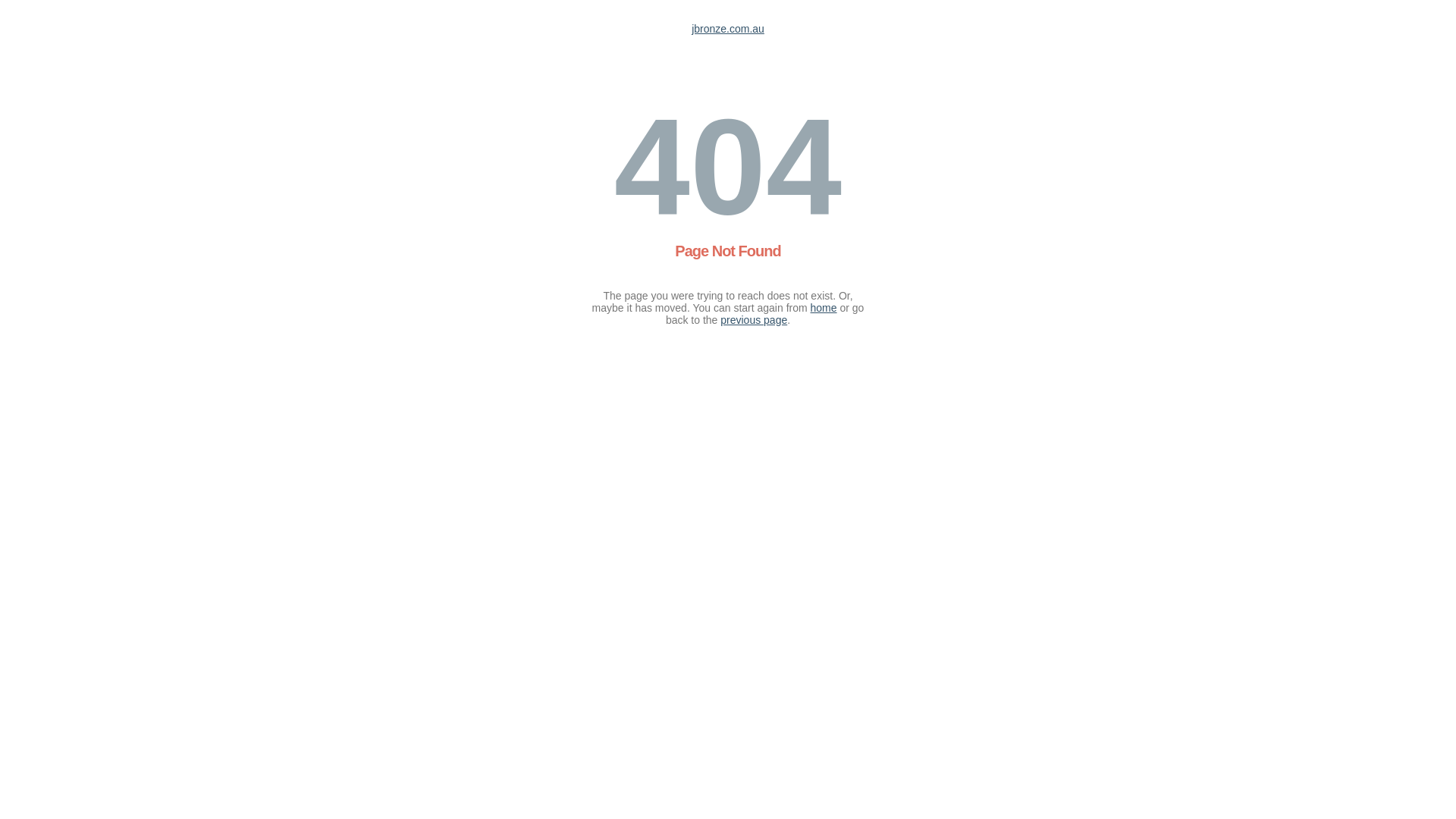  What do you see at coordinates (823, 307) in the screenshot?
I see `'home'` at bounding box center [823, 307].